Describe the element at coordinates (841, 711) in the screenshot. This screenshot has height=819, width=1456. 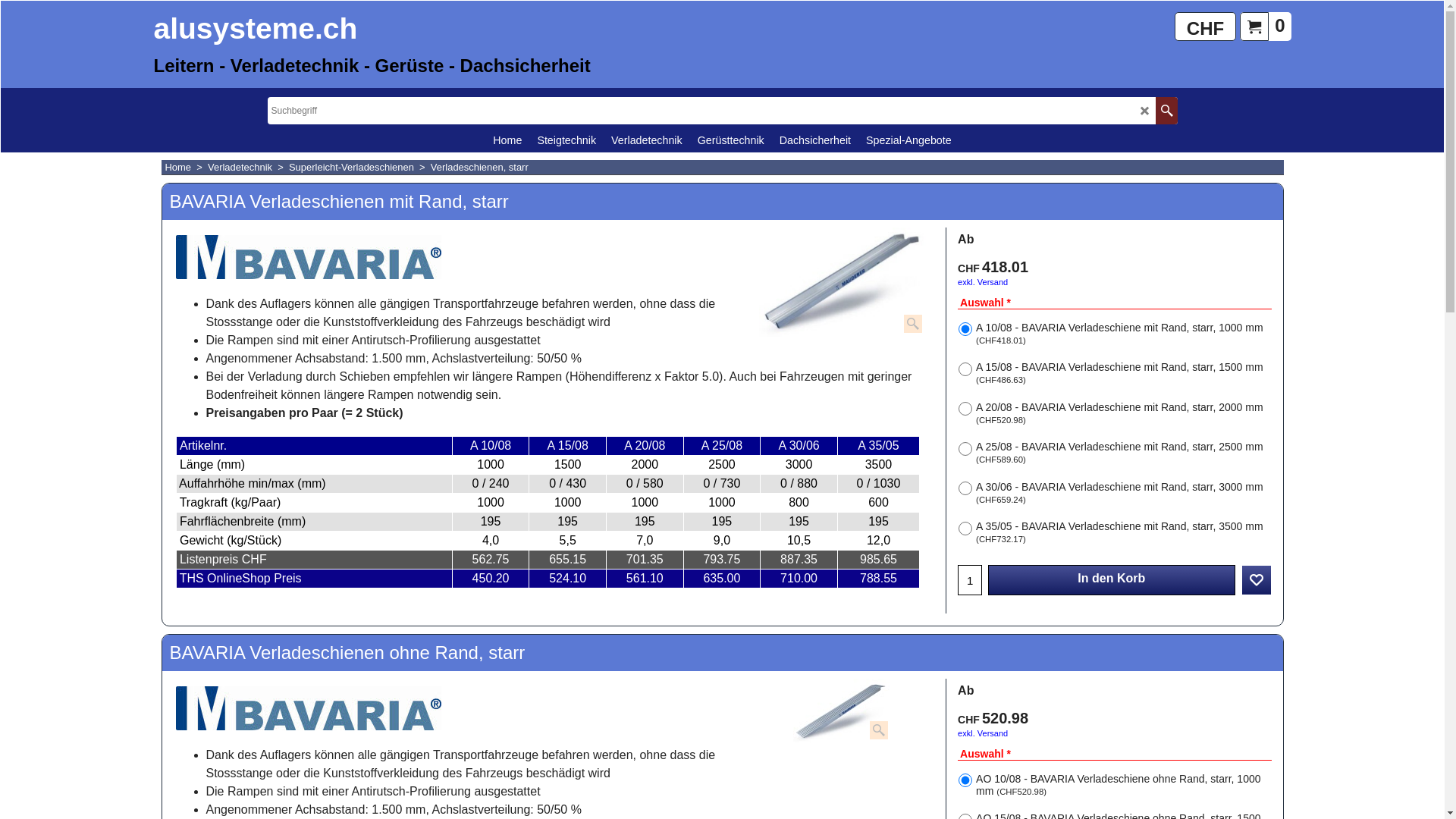
I see `'BAVARIA Verladeschiene ohne Rand, starr'` at that location.